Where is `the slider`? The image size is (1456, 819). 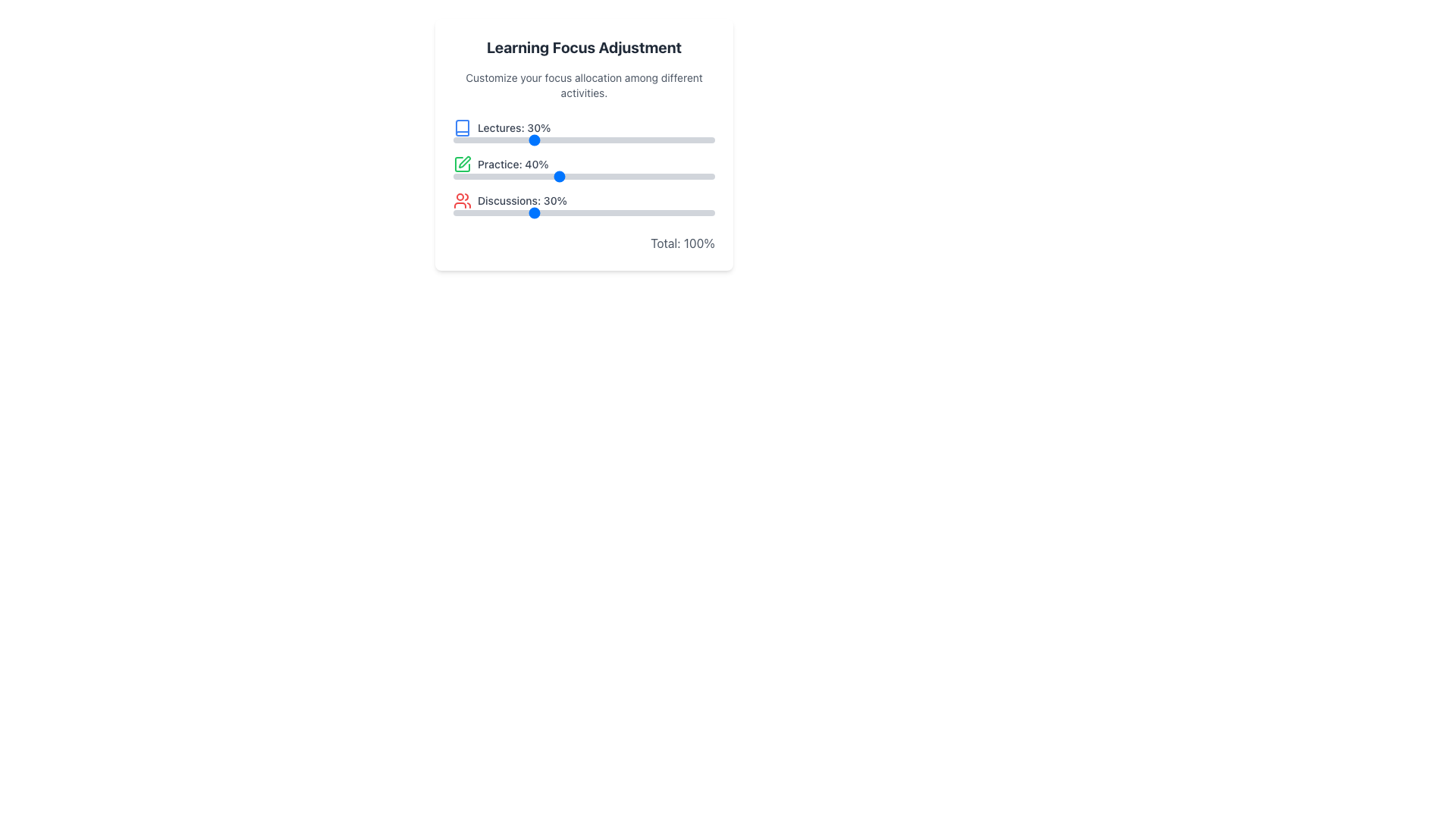 the slider is located at coordinates (613, 140).